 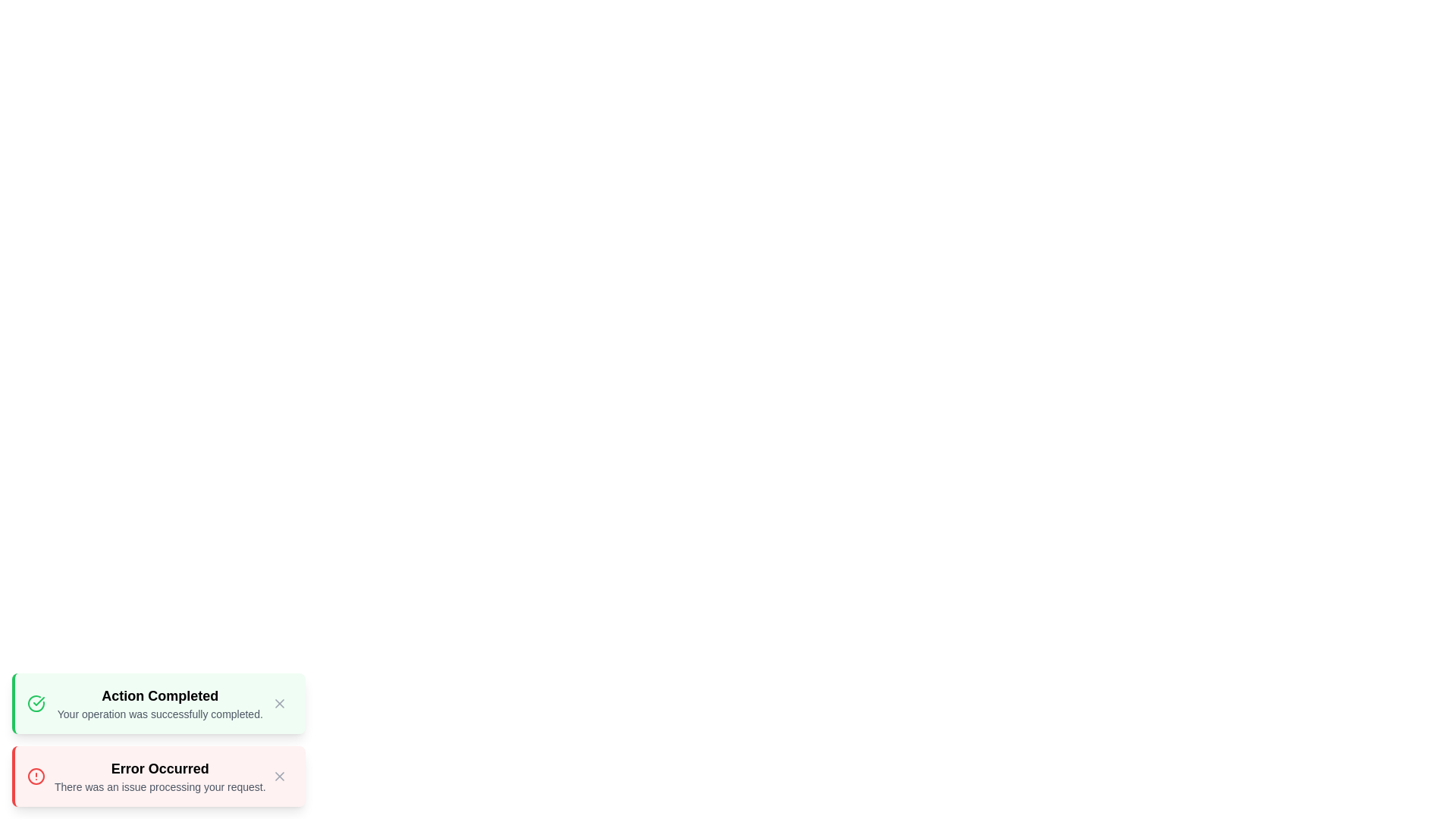 I want to click on the text content of the alert with title Error Occurred, so click(x=160, y=769).